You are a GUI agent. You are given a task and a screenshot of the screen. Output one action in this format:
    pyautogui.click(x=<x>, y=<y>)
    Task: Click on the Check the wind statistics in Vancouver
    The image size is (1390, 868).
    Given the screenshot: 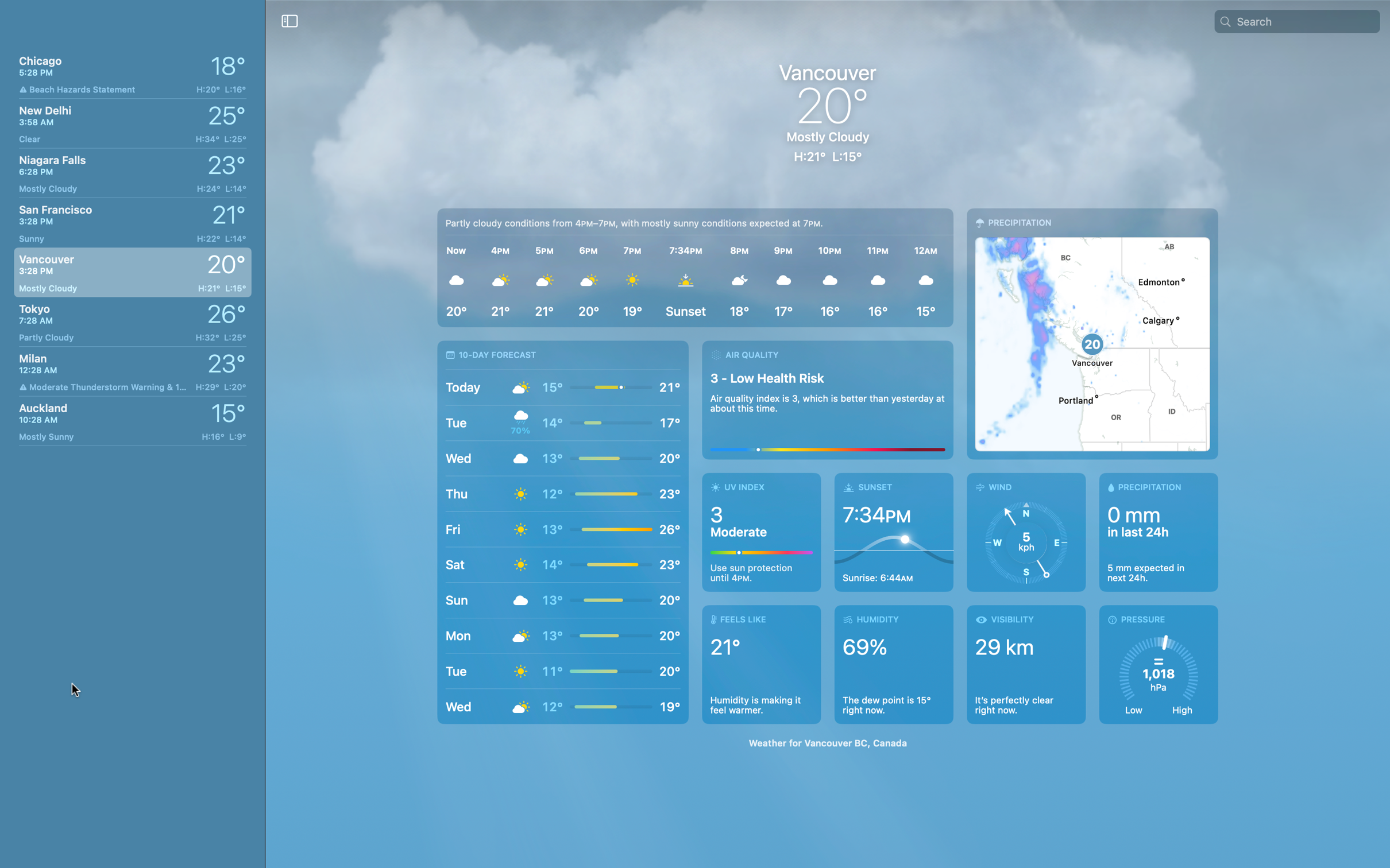 What is the action you would take?
    pyautogui.click(x=1025, y=532)
    